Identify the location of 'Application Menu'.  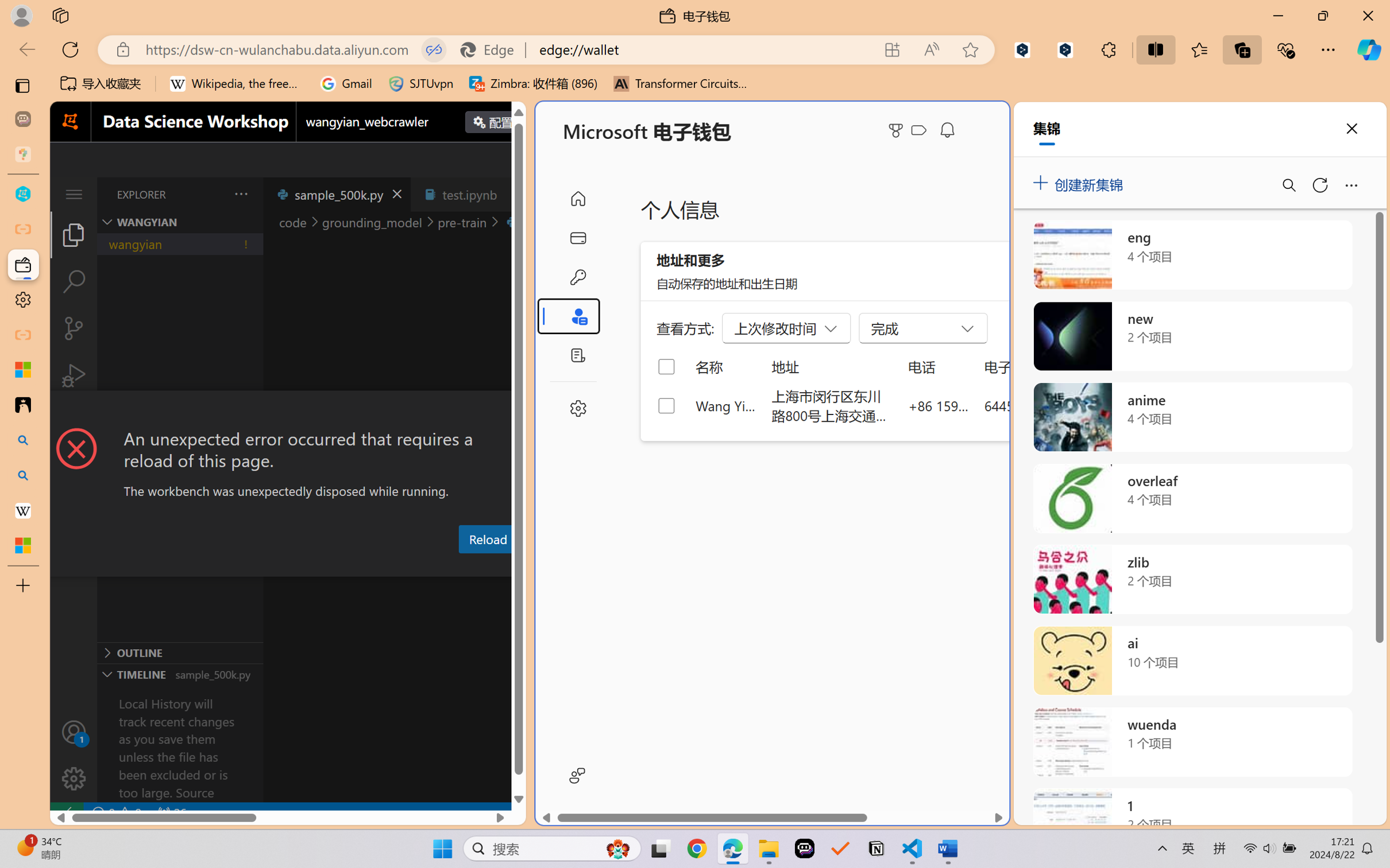
(73, 193).